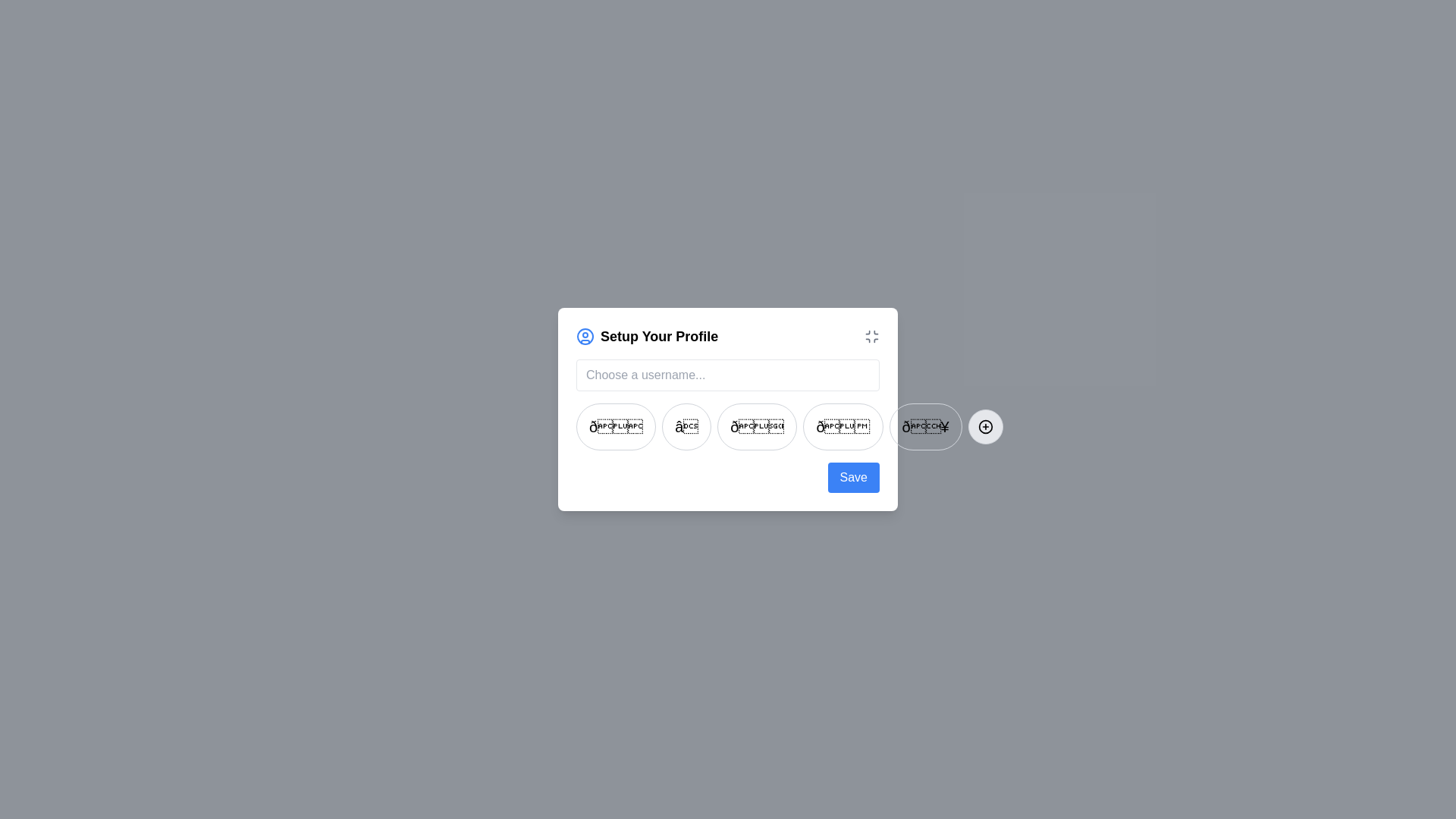  Describe the element at coordinates (585, 335) in the screenshot. I see `the user profile icon located in the header of the 'Setup Your Profile' dialog box` at that location.